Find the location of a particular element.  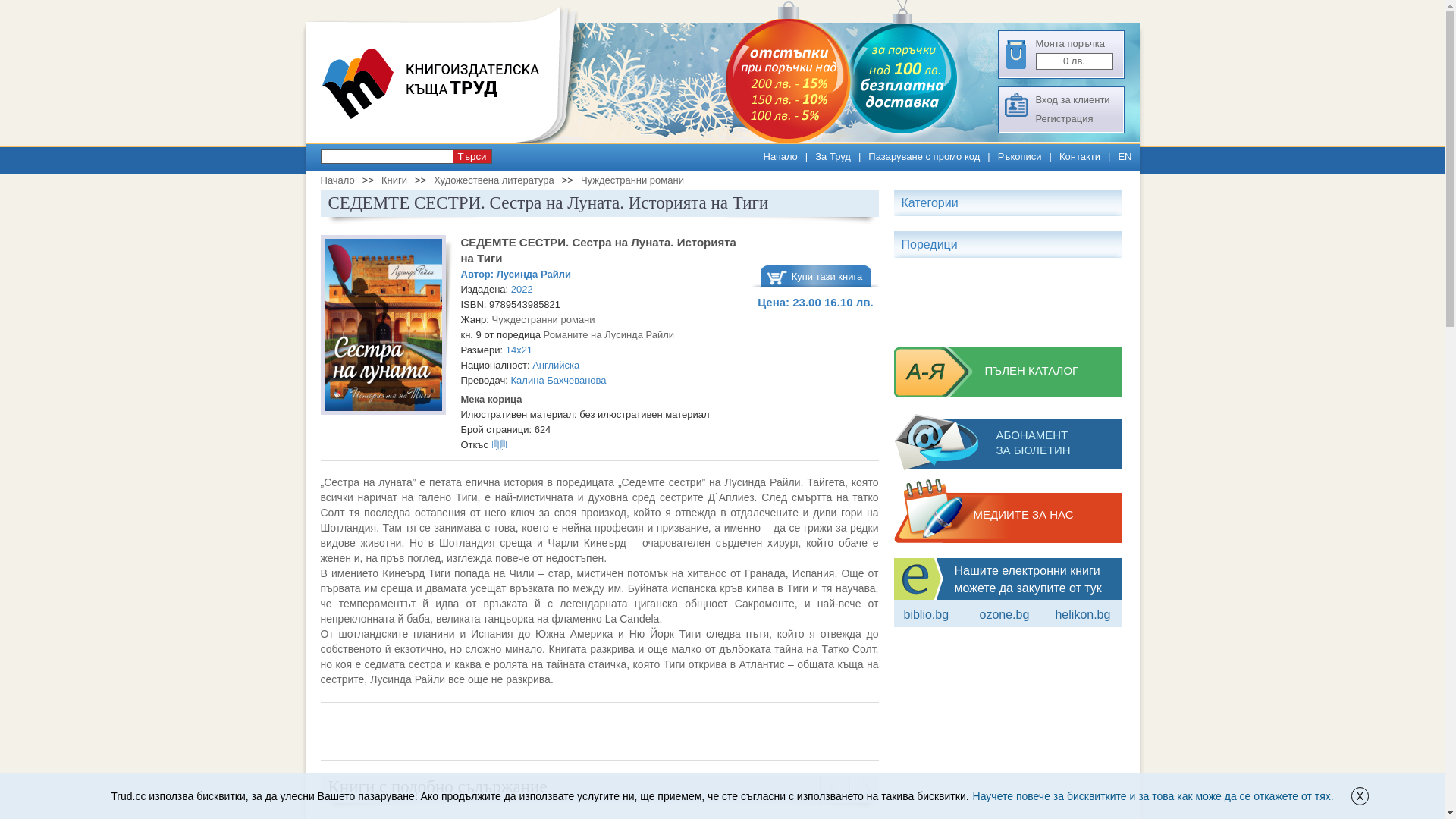

'biblio.bg' is located at coordinates (926, 614).